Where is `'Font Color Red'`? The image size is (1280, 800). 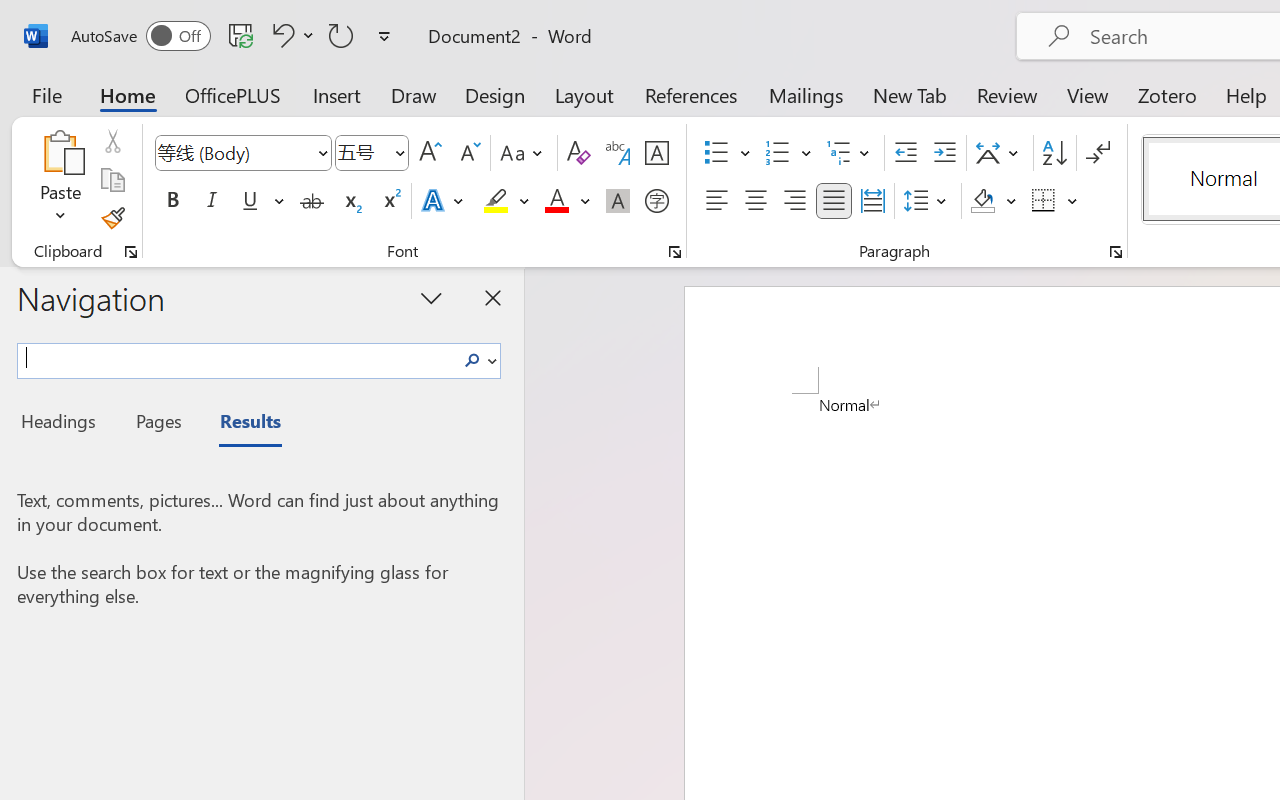 'Font Color Red' is located at coordinates (556, 201).